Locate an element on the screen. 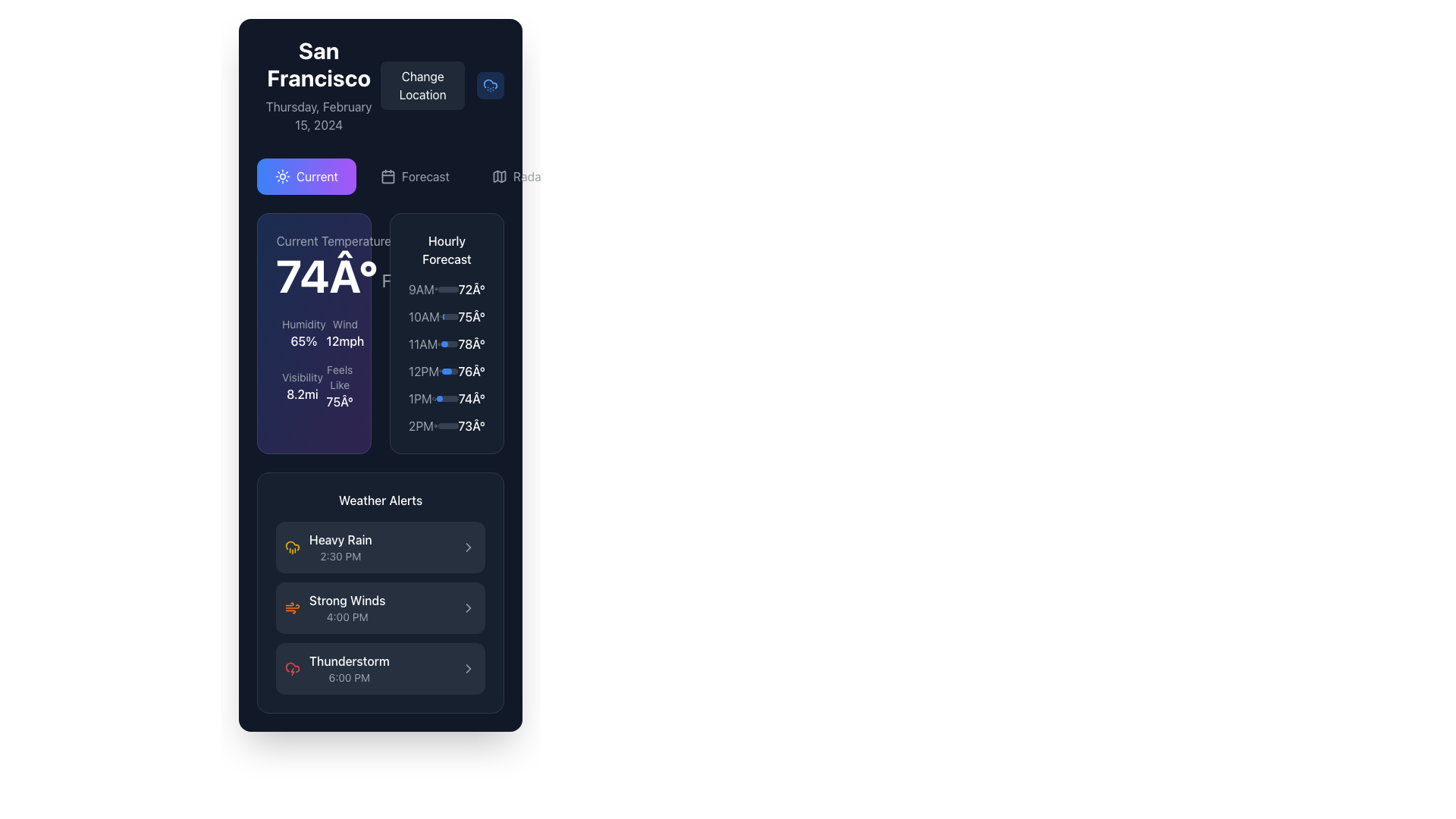 Image resolution: width=1456 pixels, height=819 pixels. the map or radar icon located to the left of the 'Radar' text in the upper right section of the content panel is located at coordinates (499, 175).